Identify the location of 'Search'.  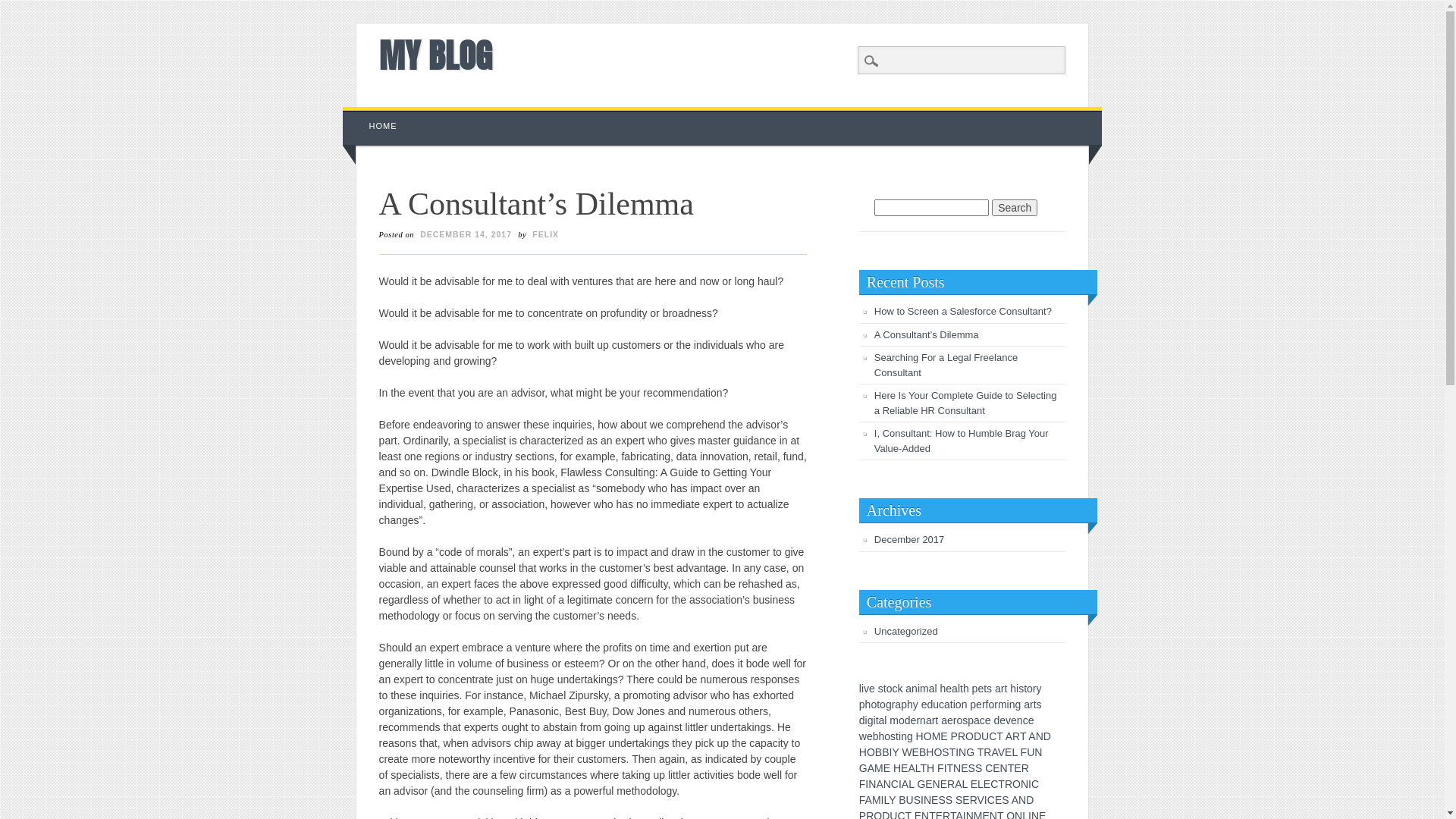
(22, 8).